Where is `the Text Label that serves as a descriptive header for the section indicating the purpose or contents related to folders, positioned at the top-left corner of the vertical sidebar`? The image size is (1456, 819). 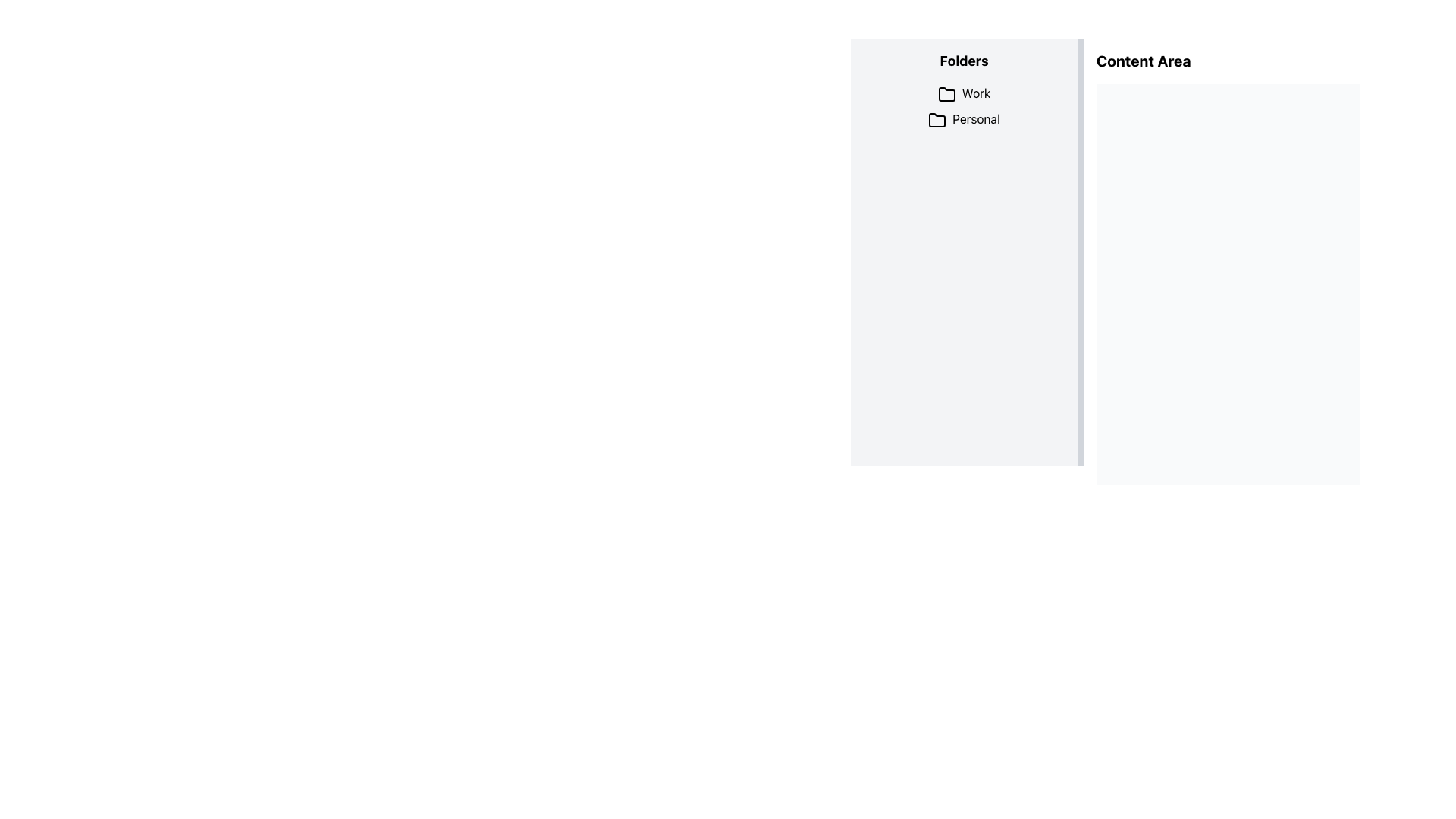
the Text Label that serves as a descriptive header for the section indicating the purpose or contents related to folders, positioned at the top-left corner of the vertical sidebar is located at coordinates (963, 61).